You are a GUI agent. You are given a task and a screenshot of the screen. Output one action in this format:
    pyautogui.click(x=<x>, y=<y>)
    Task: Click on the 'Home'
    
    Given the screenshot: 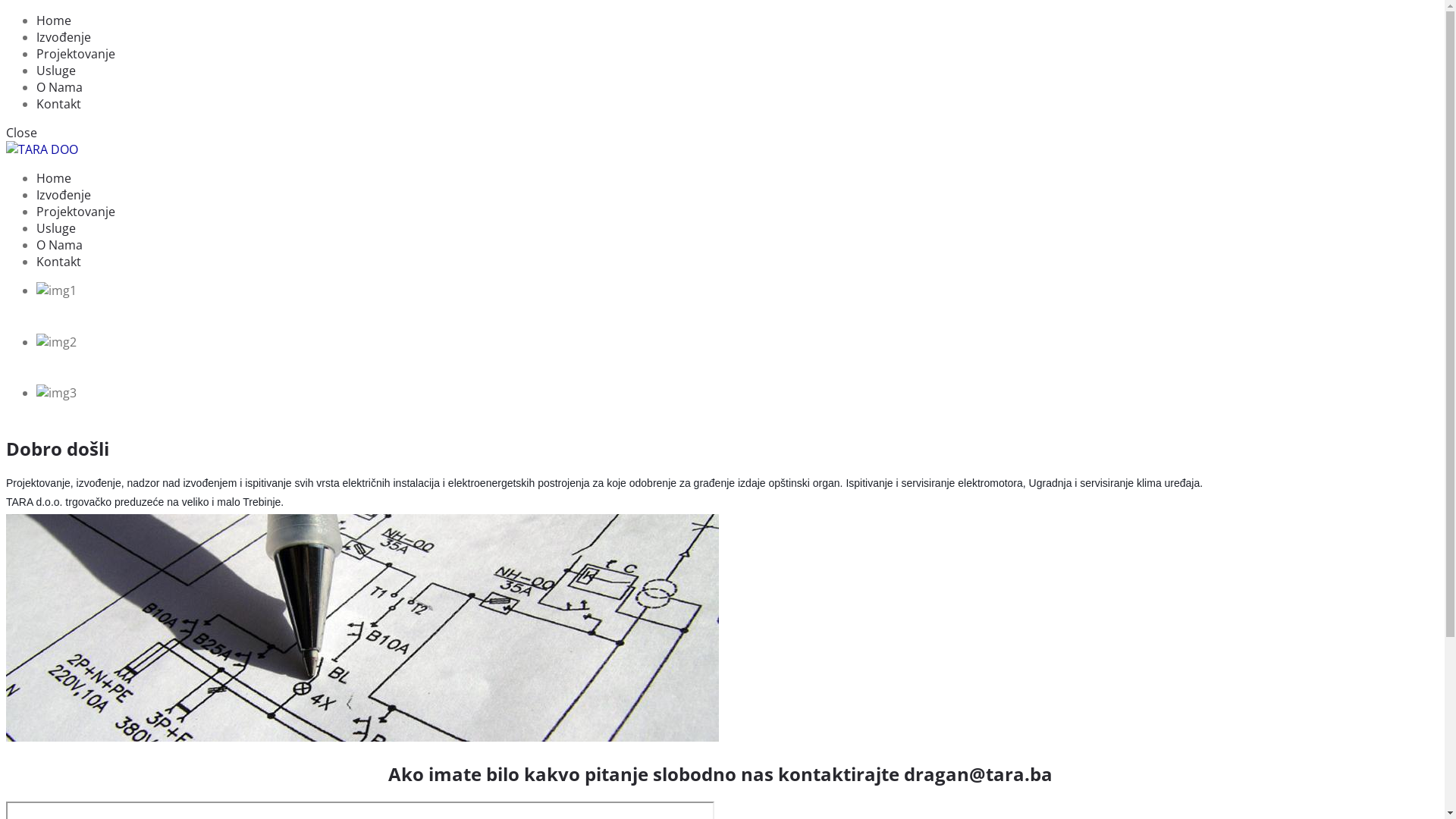 What is the action you would take?
    pyautogui.click(x=54, y=177)
    